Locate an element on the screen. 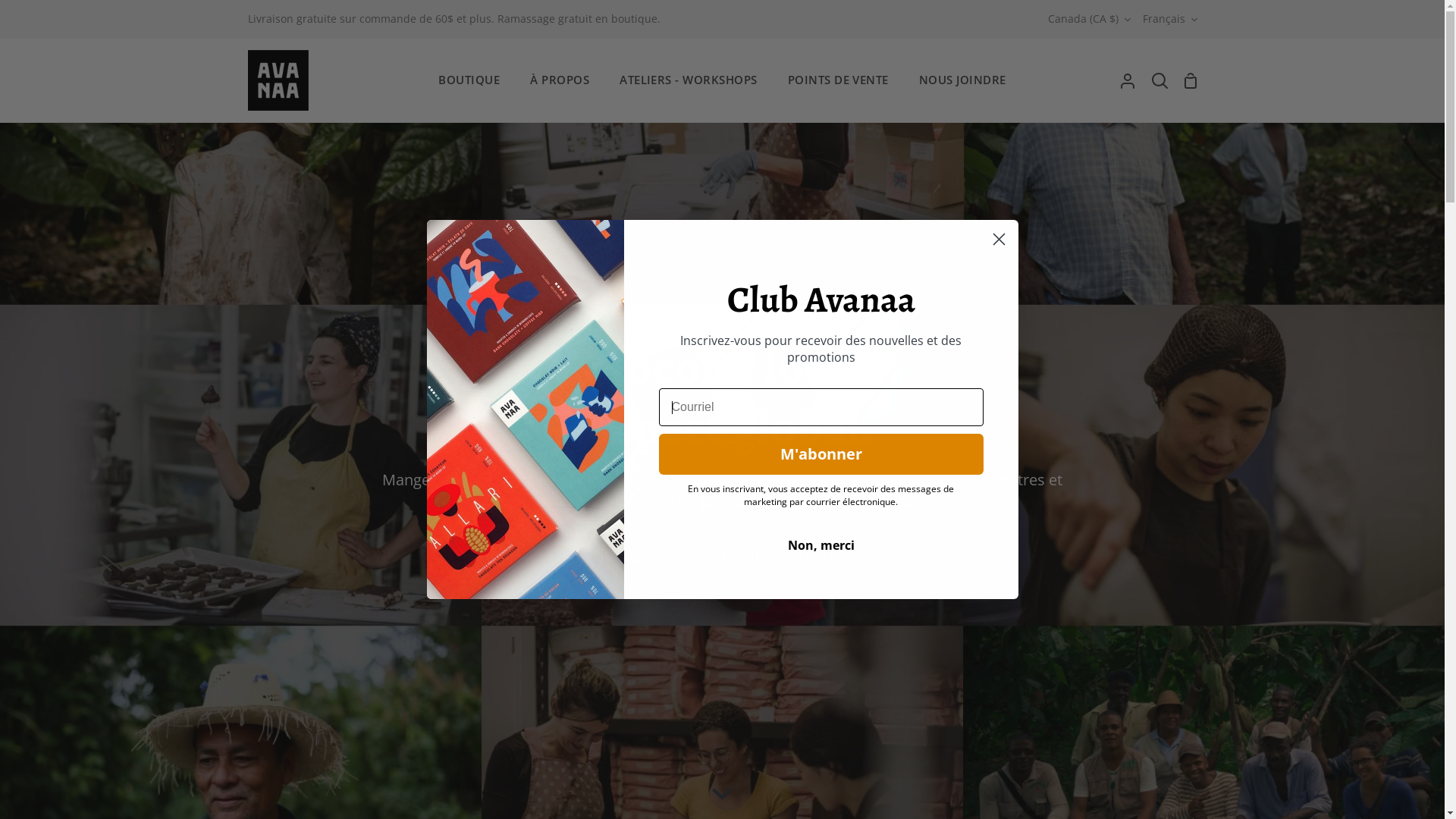 This screenshot has width=1456, height=819. 'Submit' is located at coordinates (33, 17).